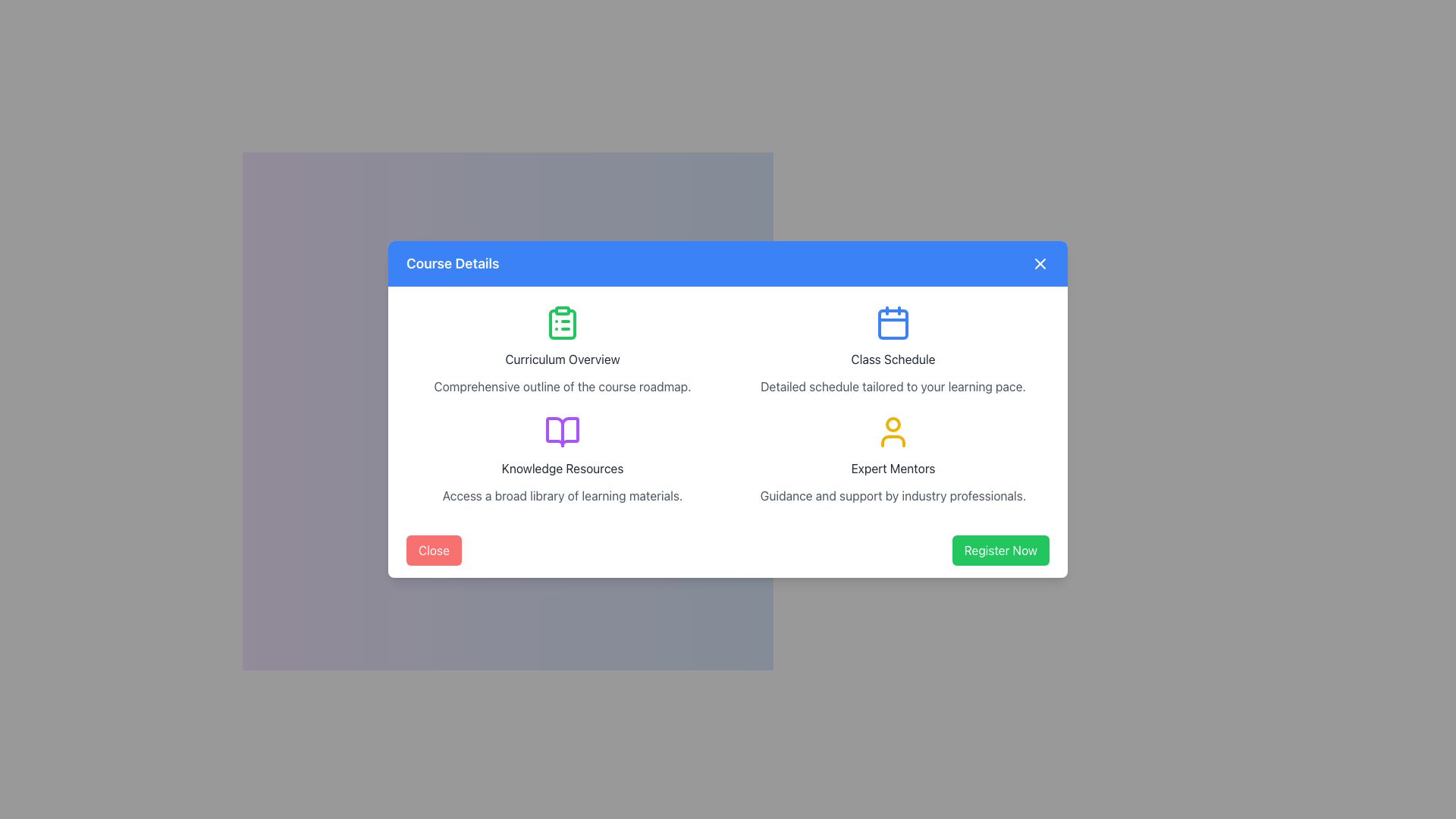  Describe the element at coordinates (893, 324) in the screenshot. I see `the Decorative Icon Component associated with the 'Class Schedule' section header, located in the top-right section of the dialog box` at that location.